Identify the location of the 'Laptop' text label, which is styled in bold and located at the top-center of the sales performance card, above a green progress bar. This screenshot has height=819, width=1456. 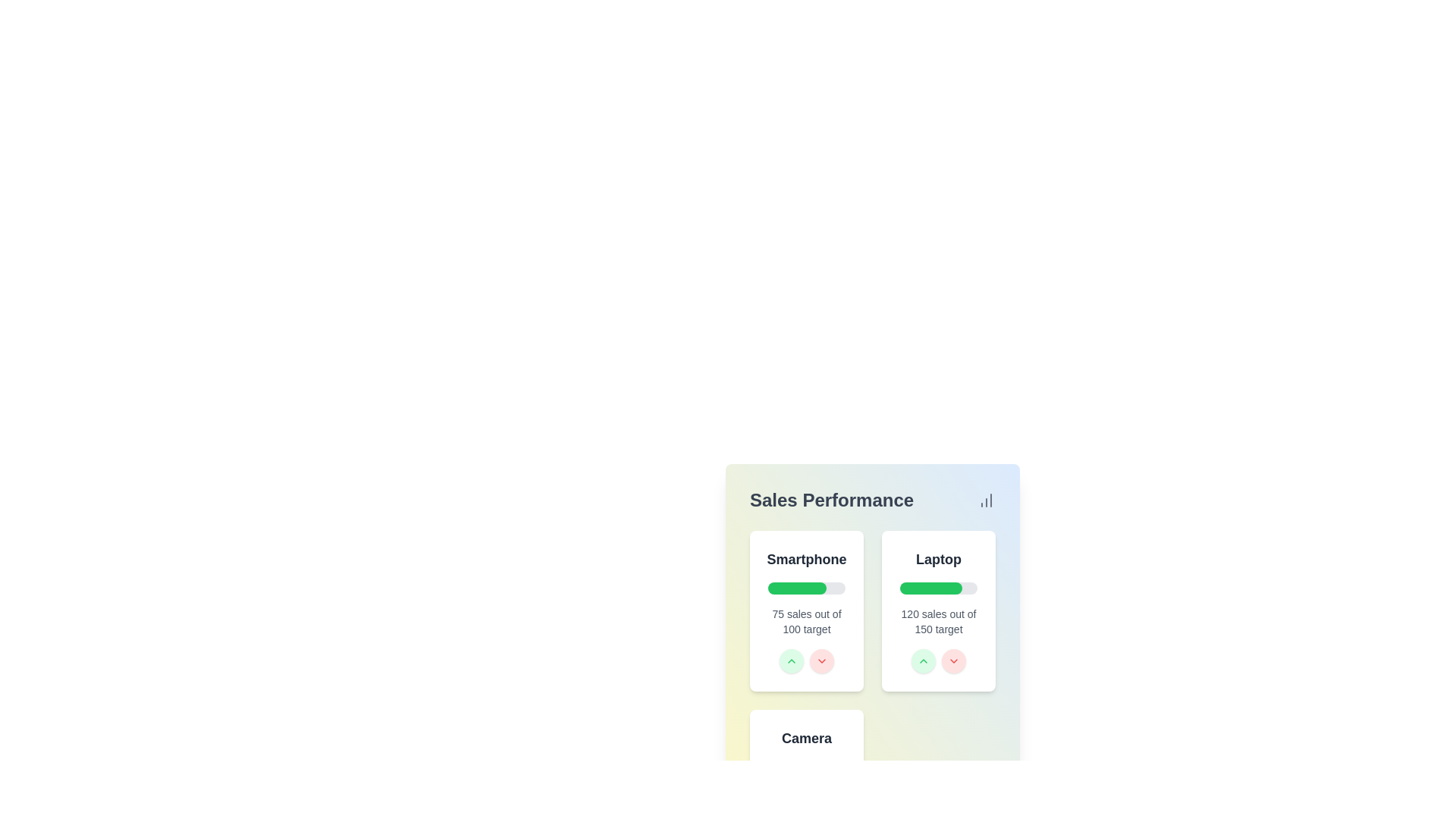
(938, 559).